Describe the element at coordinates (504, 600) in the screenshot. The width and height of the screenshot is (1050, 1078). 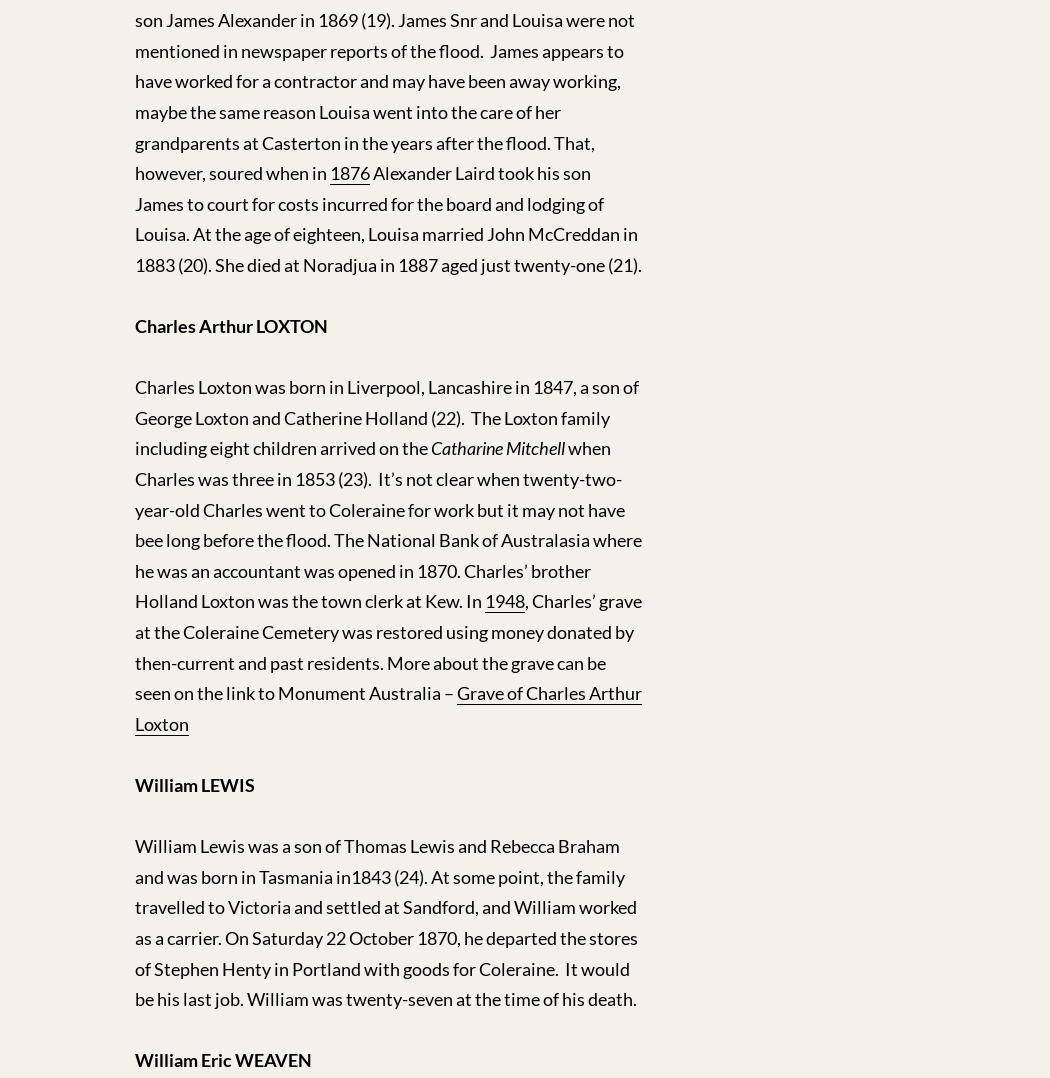
I see `'1948'` at that location.